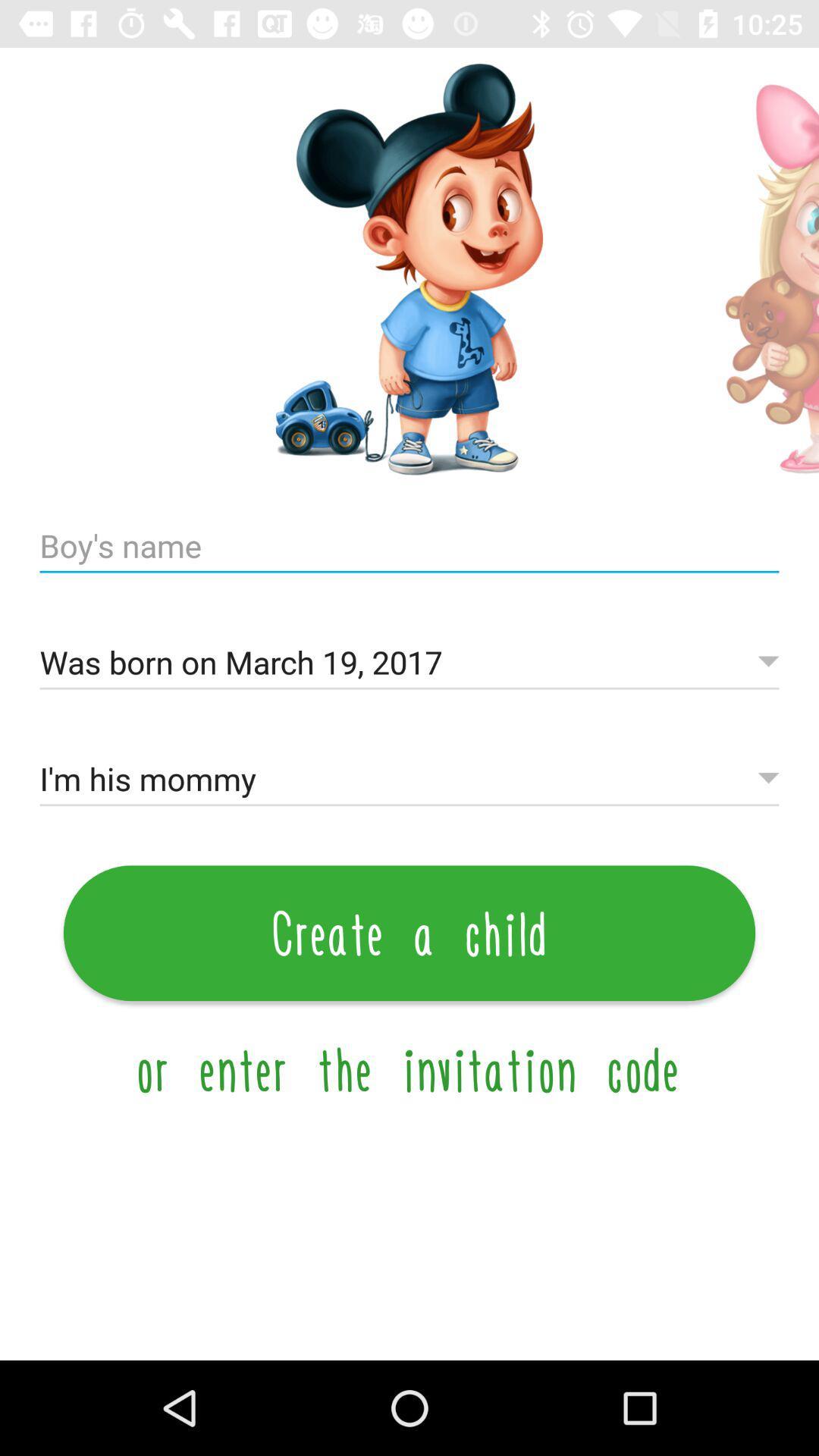 Image resolution: width=819 pixels, height=1456 pixels. Describe the element at coordinates (409, 663) in the screenshot. I see `the item above i m his item` at that location.